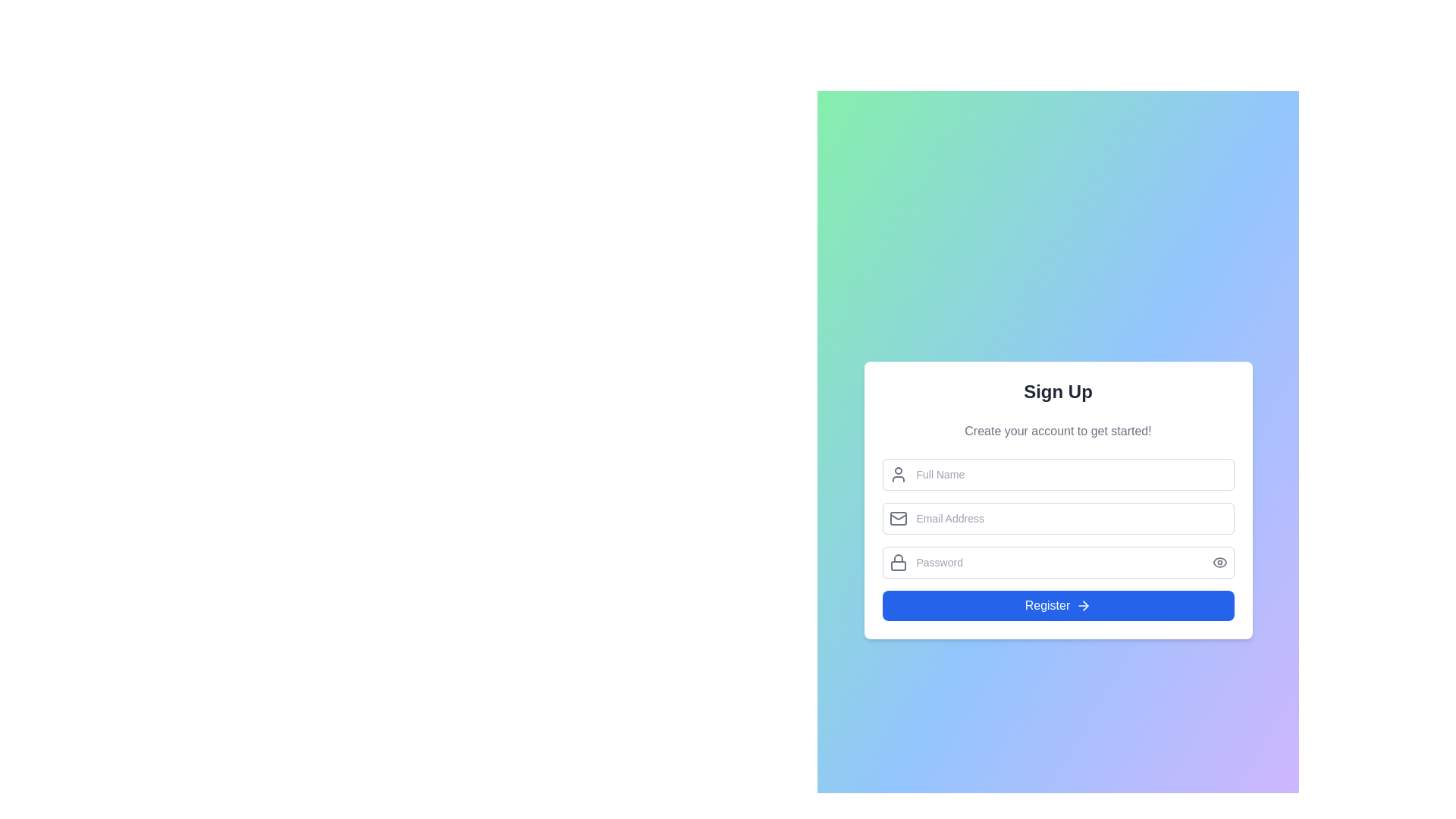 The width and height of the screenshot is (1456, 819). Describe the element at coordinates (1071, 517) in the screenshot. I see `the email input field, which is located below the 'Full Name' field and above the 'Password' field` at that location.